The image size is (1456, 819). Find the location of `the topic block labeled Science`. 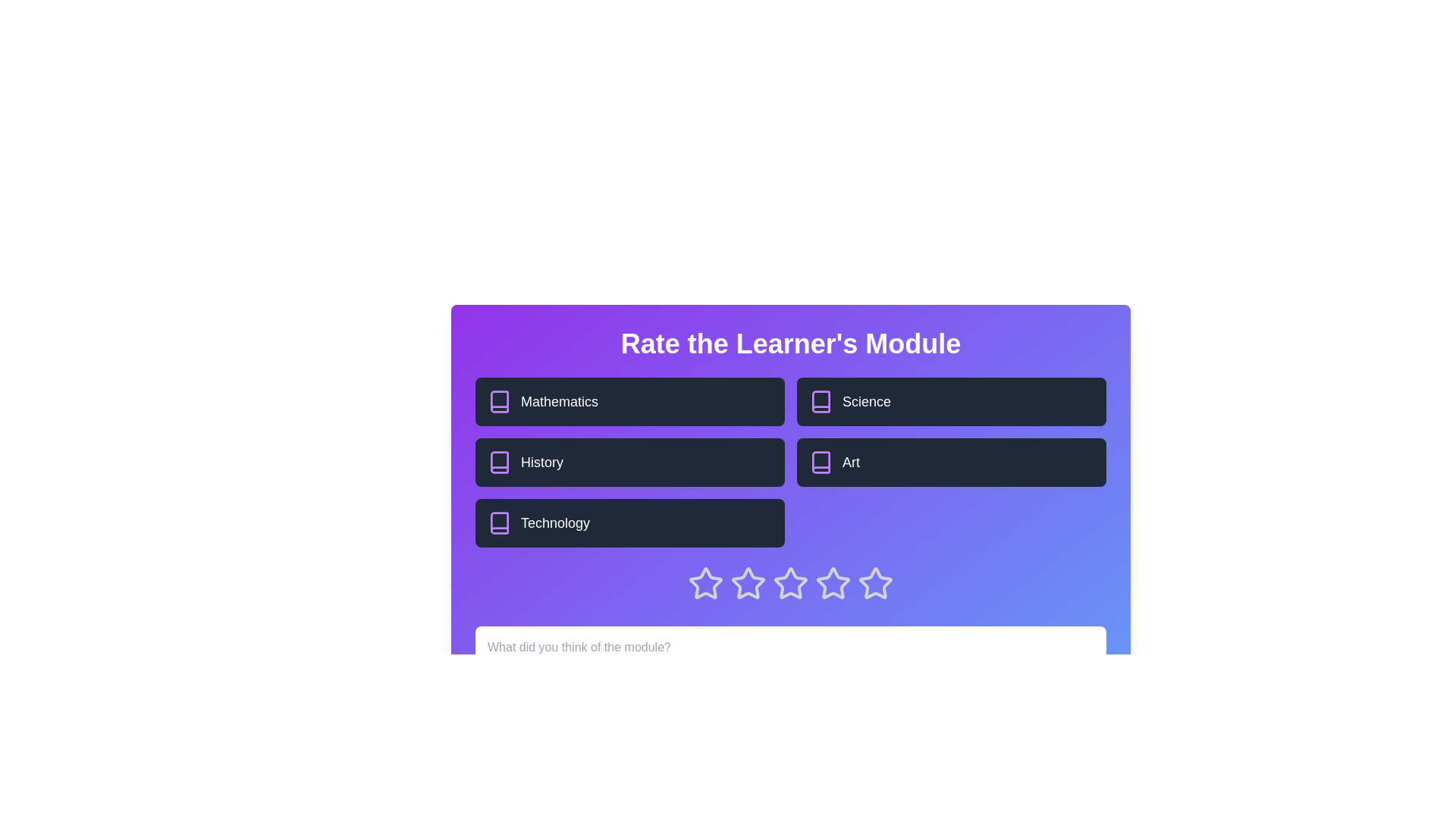

the topic block labeled Science is located at coordinates (950, 400).